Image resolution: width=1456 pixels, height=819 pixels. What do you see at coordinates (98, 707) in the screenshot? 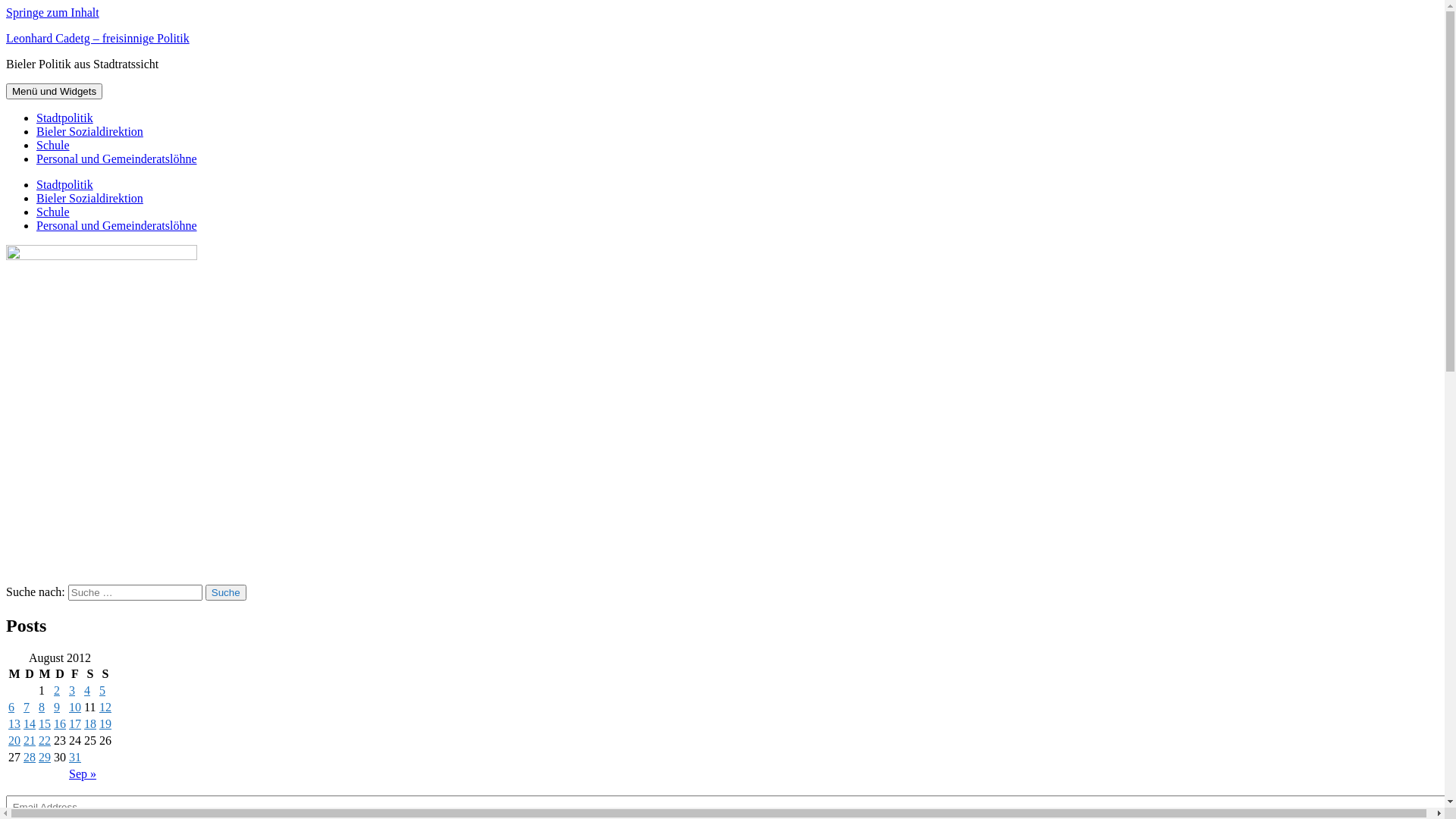
I see `'12'` at bounding box center [98, 707].